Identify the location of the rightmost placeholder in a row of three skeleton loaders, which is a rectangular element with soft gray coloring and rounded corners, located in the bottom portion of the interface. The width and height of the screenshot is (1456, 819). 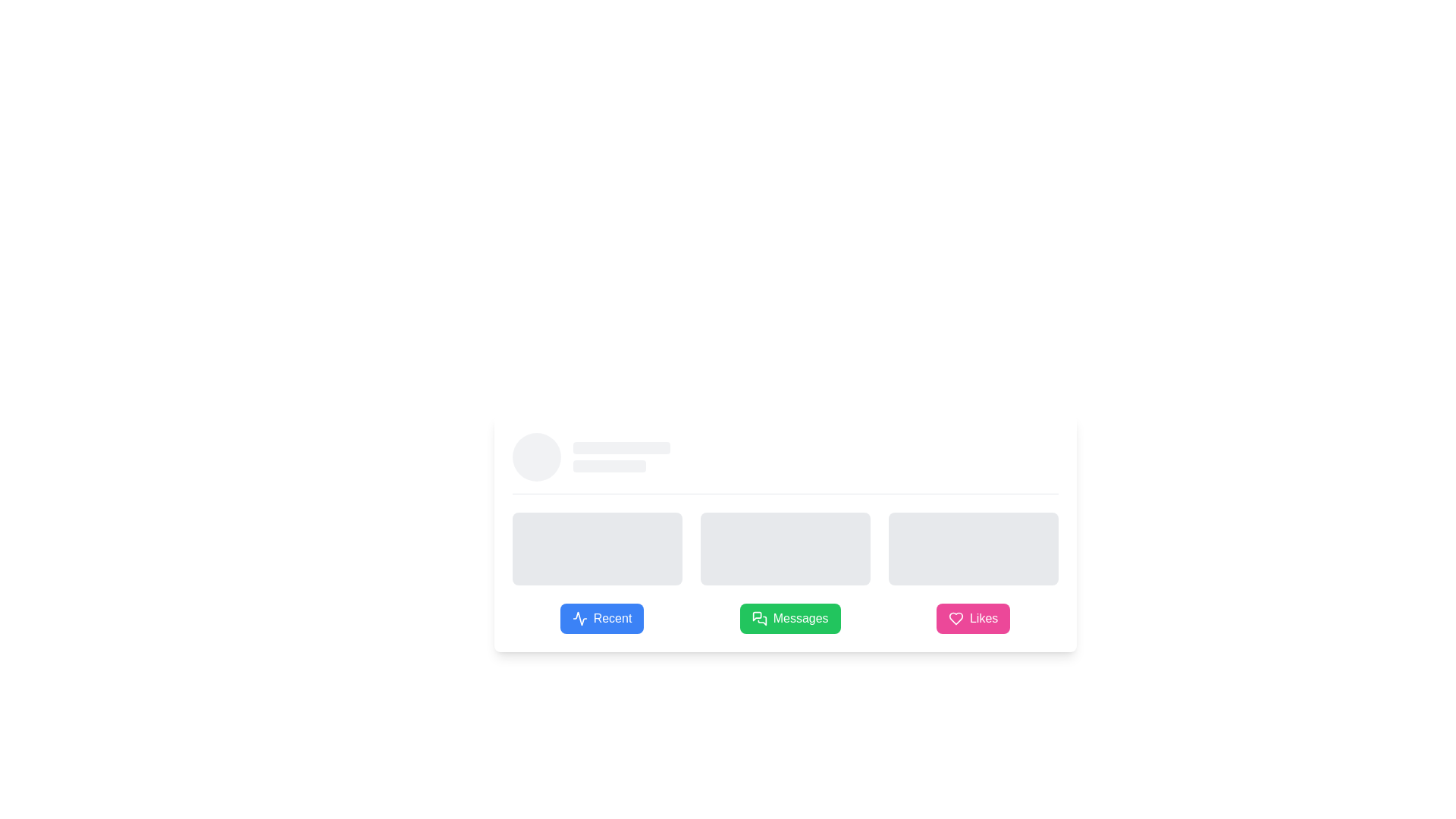
(973, 549).